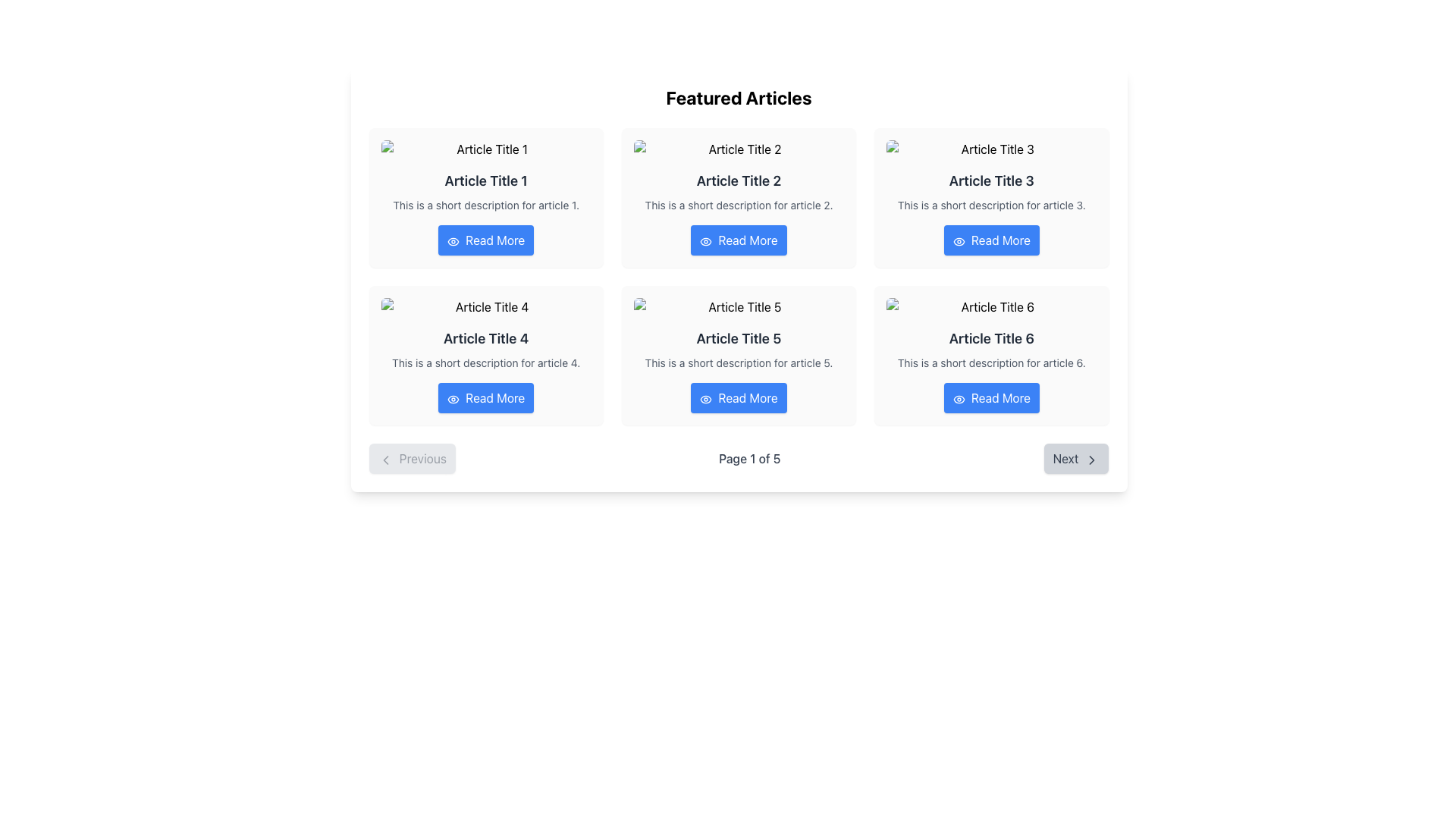 This screenshot has width=1456, height=819. Describe the element at coordinates (705, 398) in the screenshot. I see `the eye icon inside the blue 'Read More' button located in the bottom segment of the card labeled 'Article Title 5'` at that location.